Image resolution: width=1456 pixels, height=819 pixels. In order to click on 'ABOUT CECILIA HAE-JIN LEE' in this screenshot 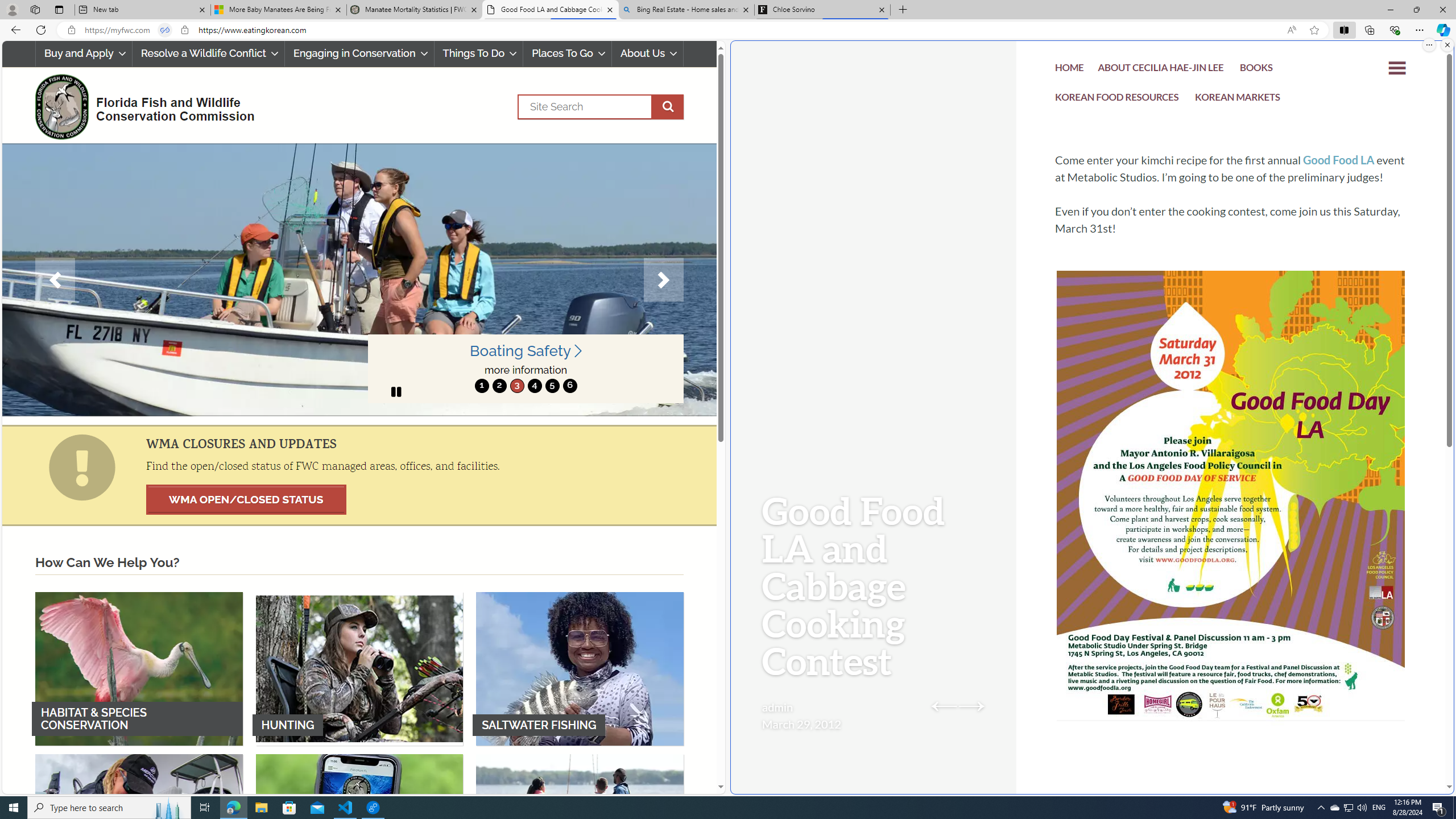, I will do `click(1161, 69)`.